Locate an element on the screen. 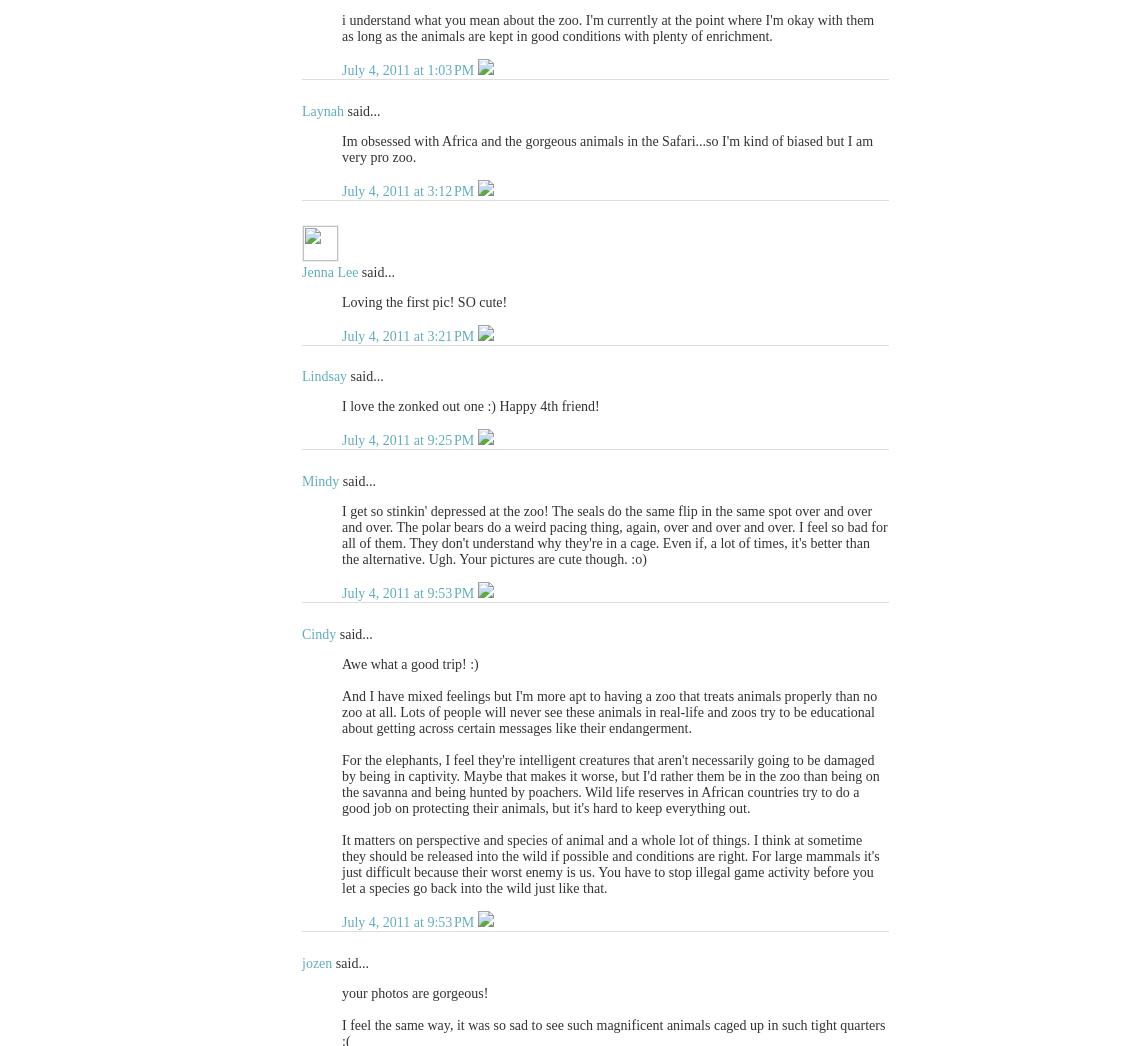 Image resolution: width=1133 pixels, height=1046 pixels. 'July 4, 2011 at 9:25 PM' is located at coordinates (409, 439).